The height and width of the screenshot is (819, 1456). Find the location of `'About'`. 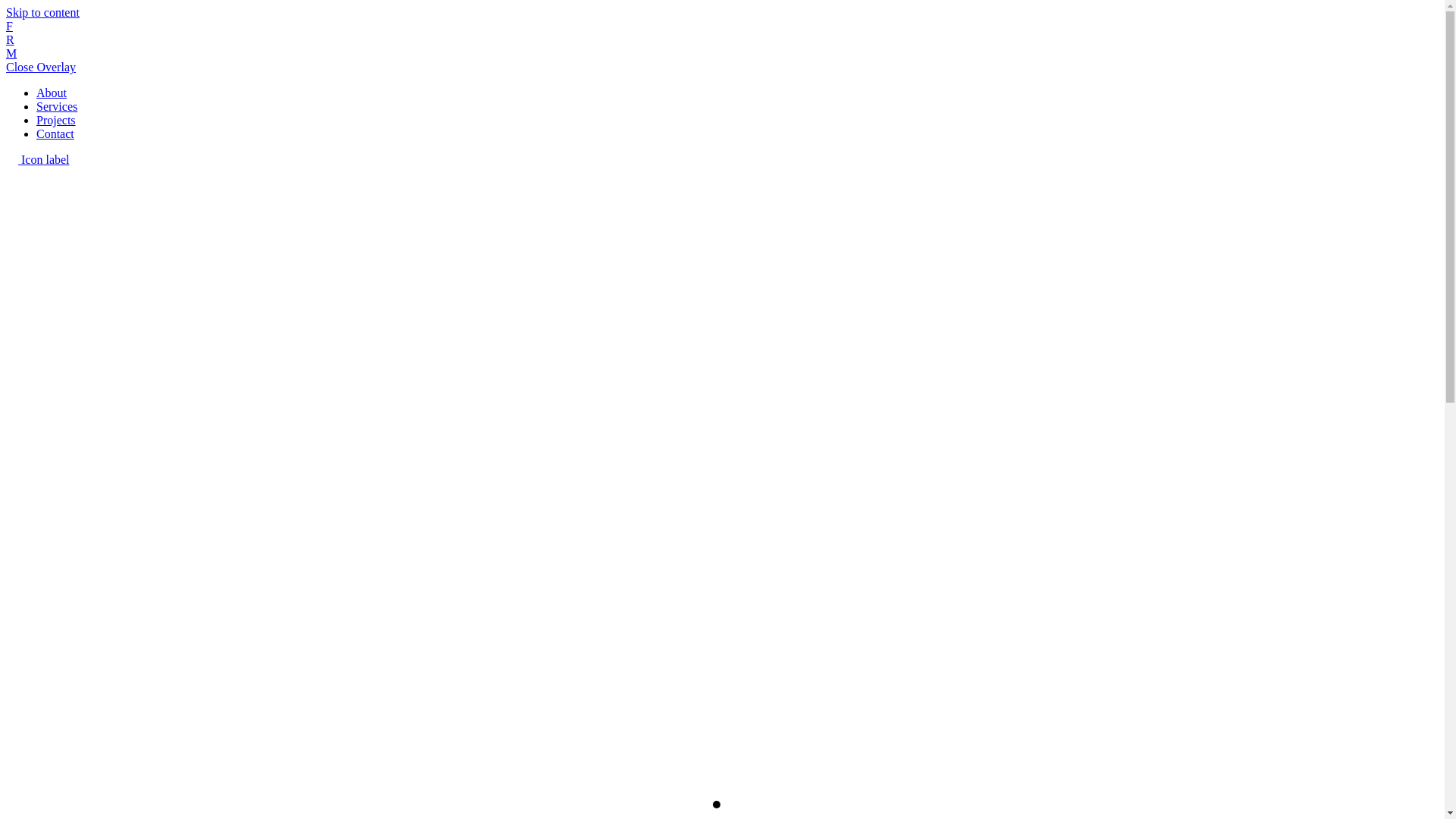

'About' is located at coordinates (36, 93).